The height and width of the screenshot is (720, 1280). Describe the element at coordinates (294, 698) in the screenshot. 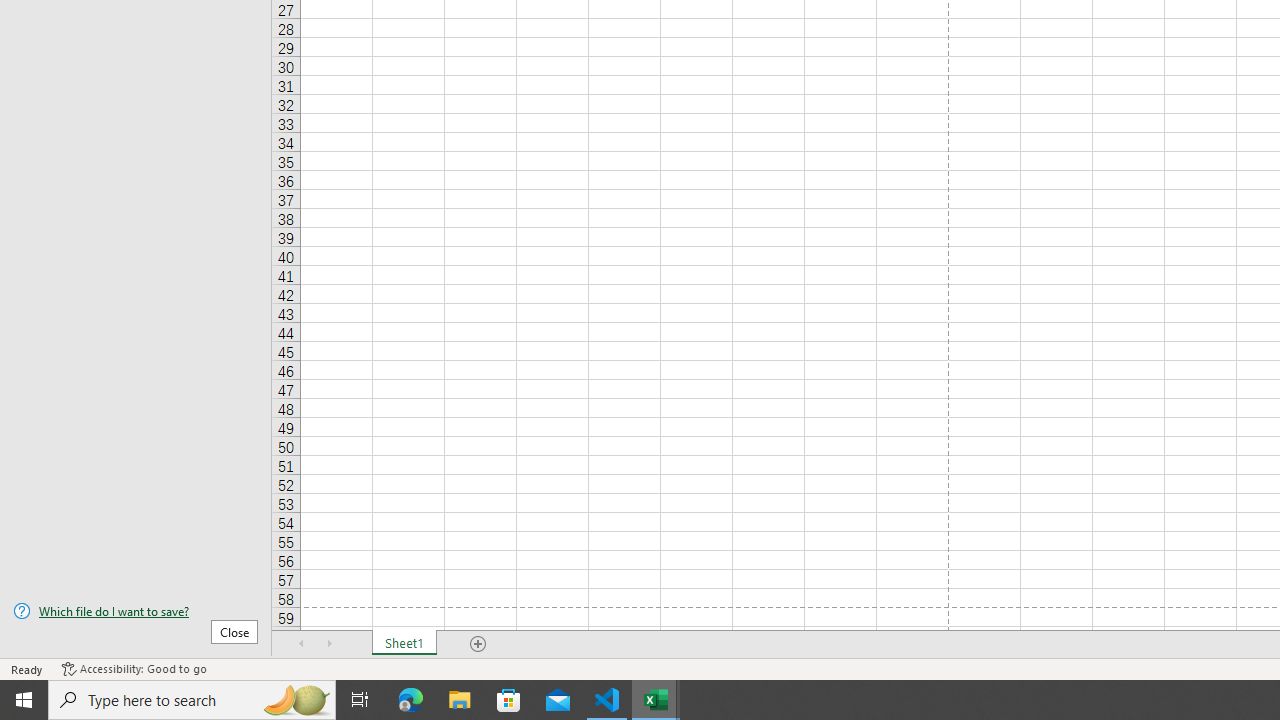

I see `'Search highlights icon opens search home window'` at that location.